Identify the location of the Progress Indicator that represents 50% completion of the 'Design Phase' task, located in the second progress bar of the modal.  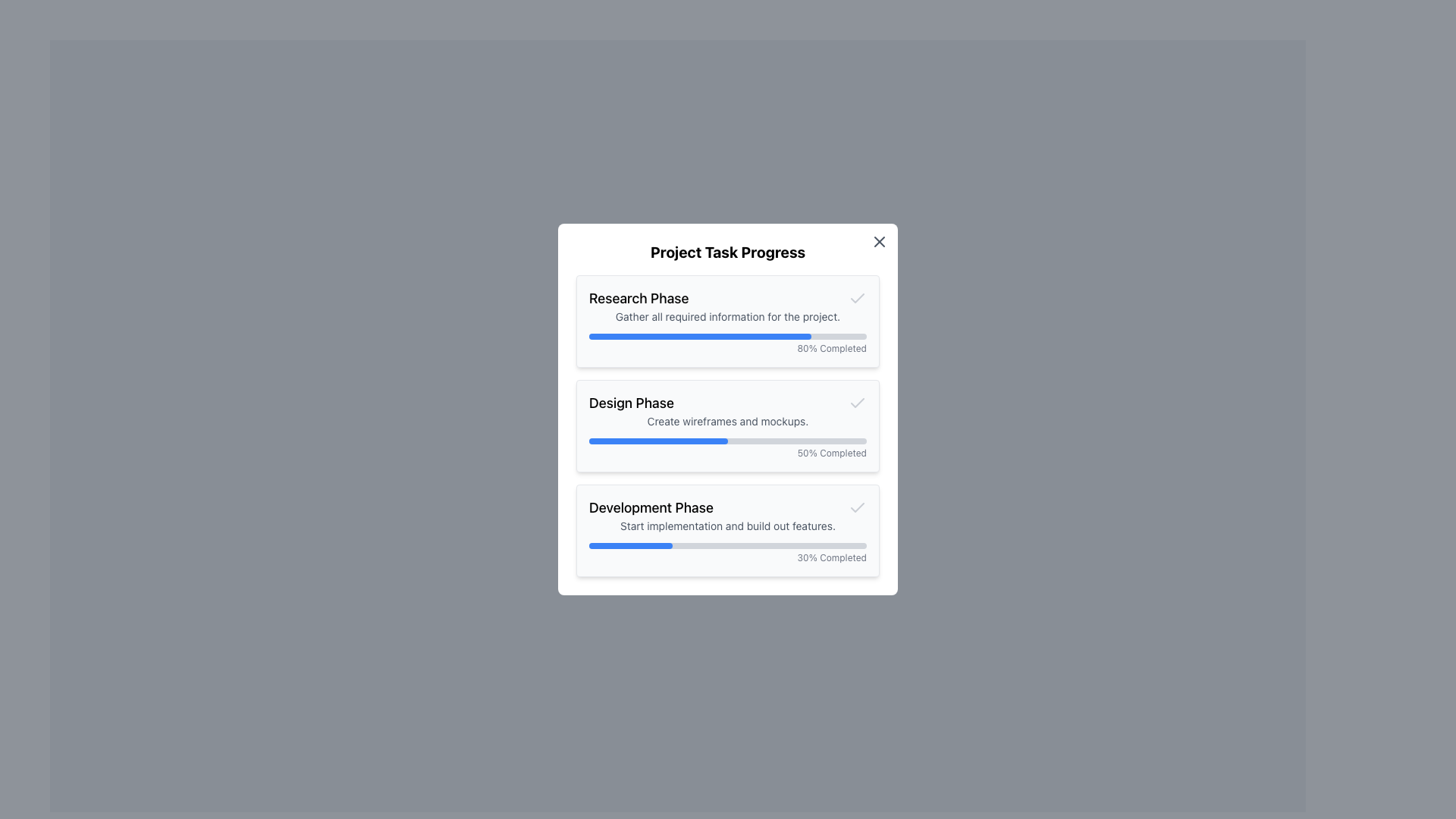
(658, 441).